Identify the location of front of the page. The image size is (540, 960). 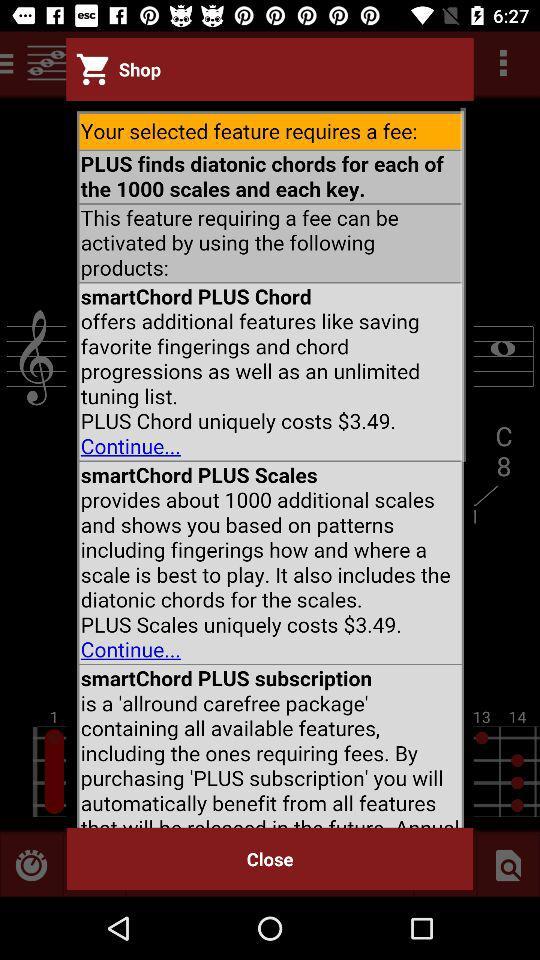
(270, 464).